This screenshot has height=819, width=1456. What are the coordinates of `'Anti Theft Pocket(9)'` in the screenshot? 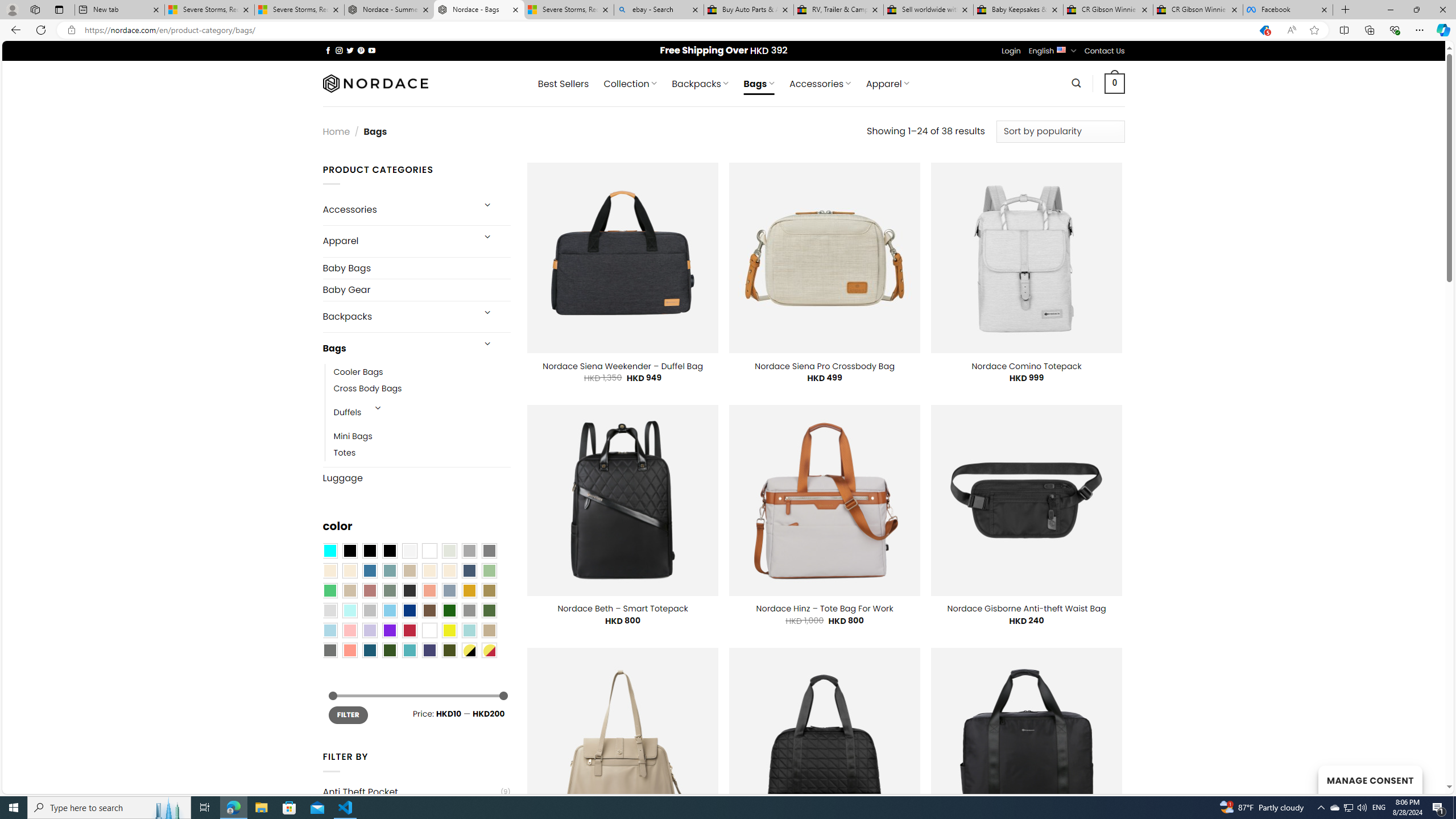 It's located at (416, 791).